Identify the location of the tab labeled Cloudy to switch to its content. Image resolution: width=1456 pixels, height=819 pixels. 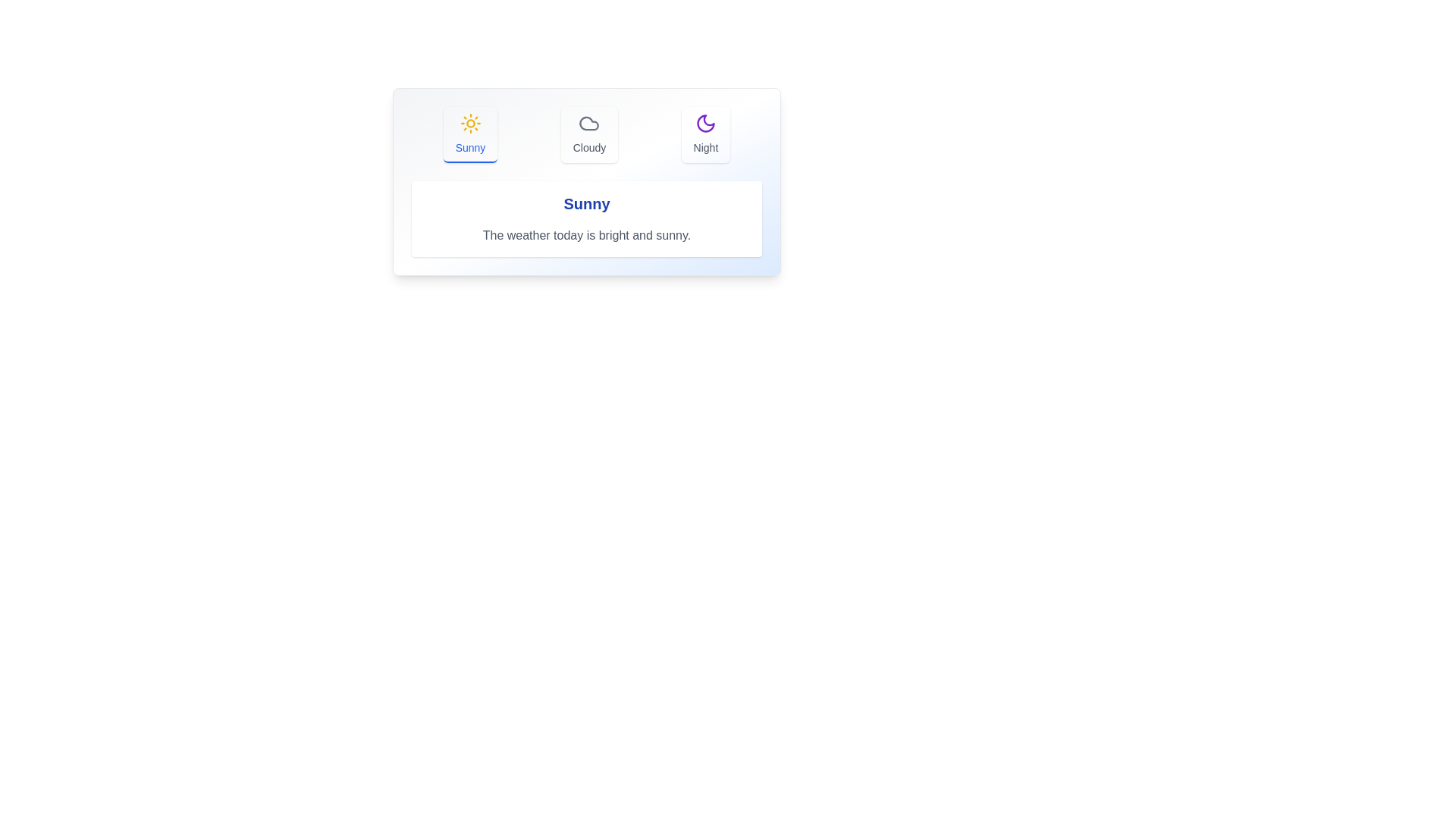
(588, 133).